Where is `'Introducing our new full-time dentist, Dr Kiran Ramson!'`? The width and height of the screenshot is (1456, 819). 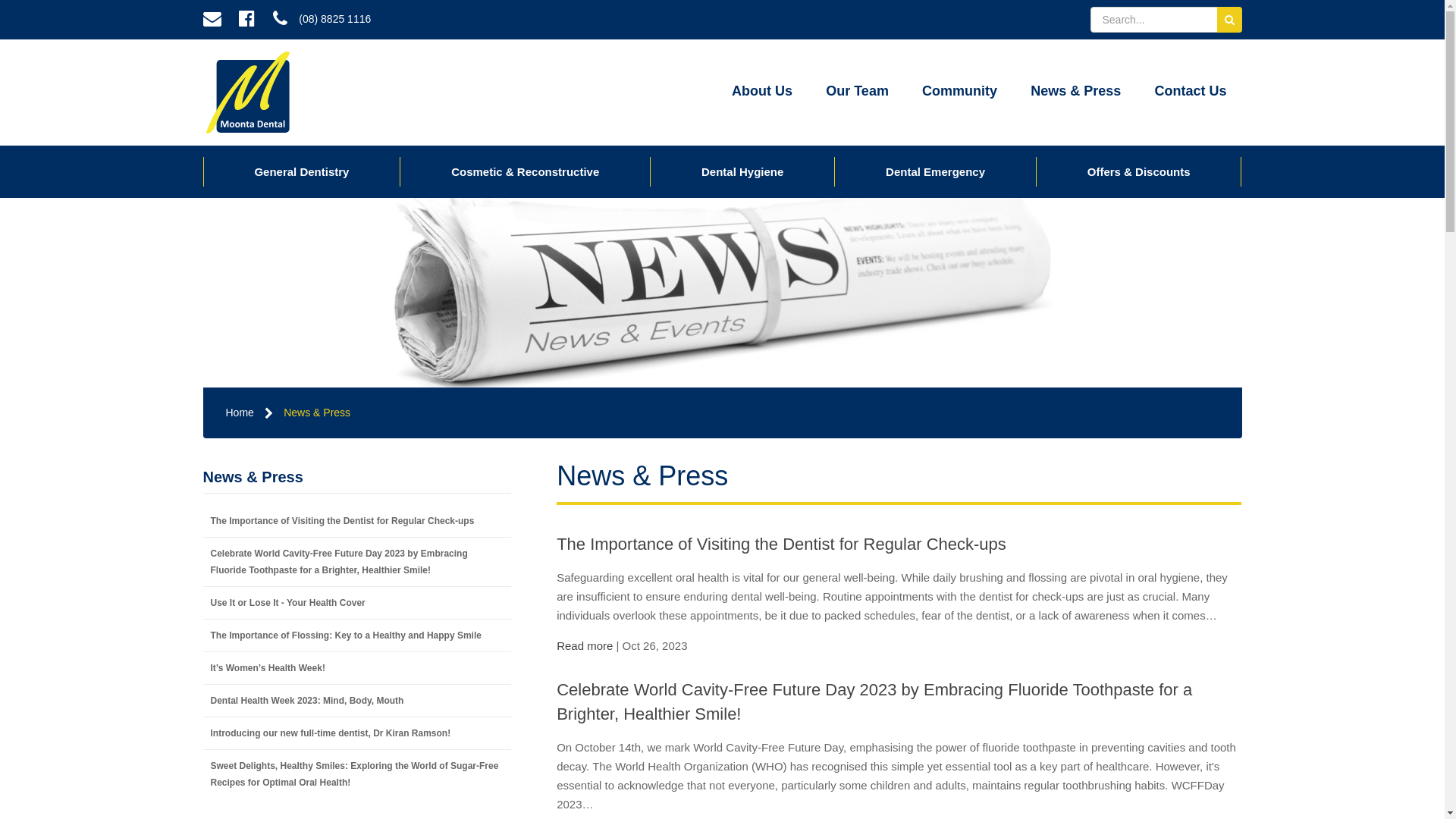
'Introducing our new full-time dentist, Dr Kiran Ramson!' is located at coordinates (356, 733).